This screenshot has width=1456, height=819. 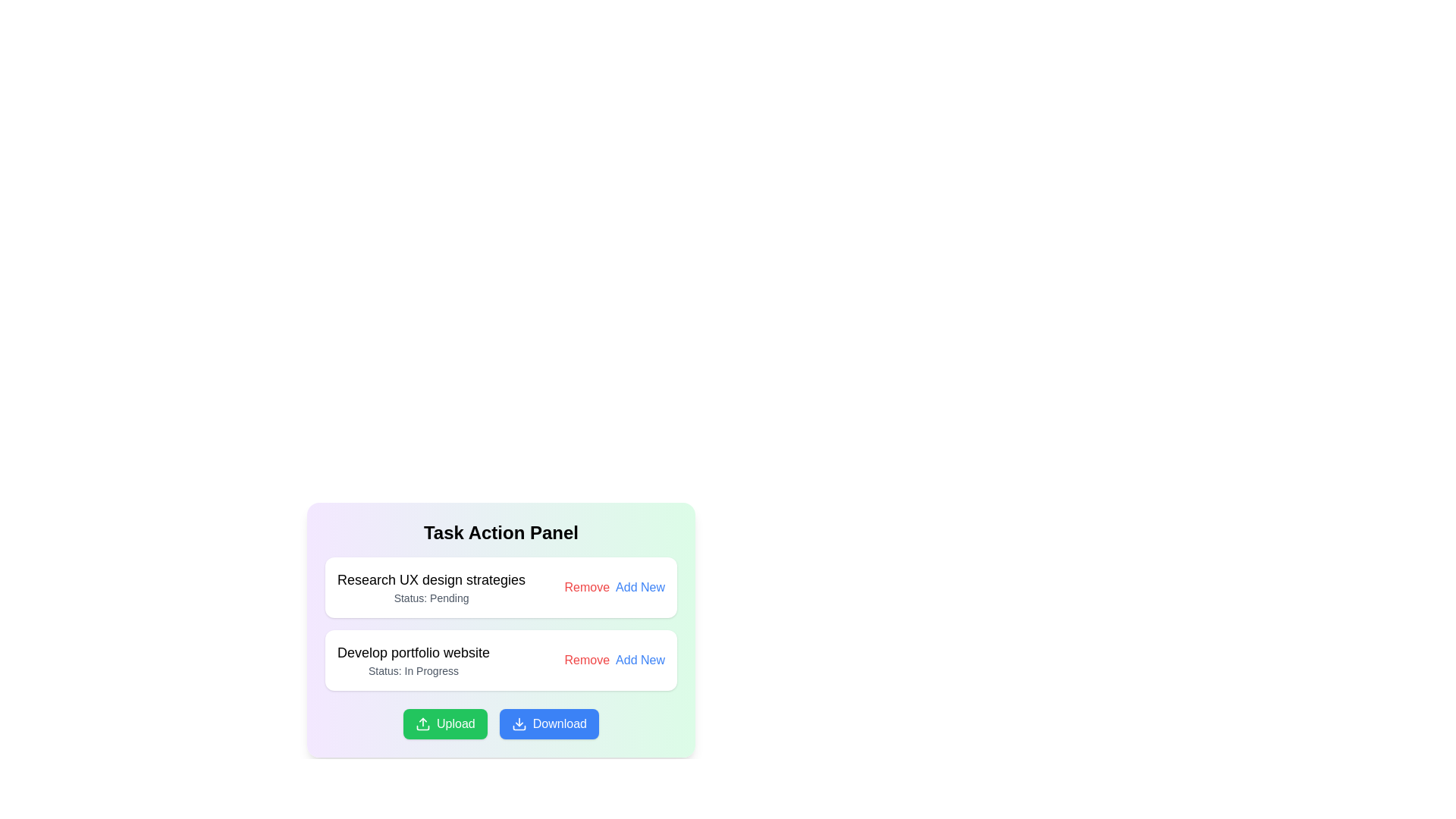 What do you see at coordinates (501, 723) in the screenshot?
I see `the 'Download' button, which is part of a composite element consisting of two buttons labeled 'Upload' and 'Download', with the 'Download' button having a blue background and a downward arrow icon` at bounding box center [501, 723].